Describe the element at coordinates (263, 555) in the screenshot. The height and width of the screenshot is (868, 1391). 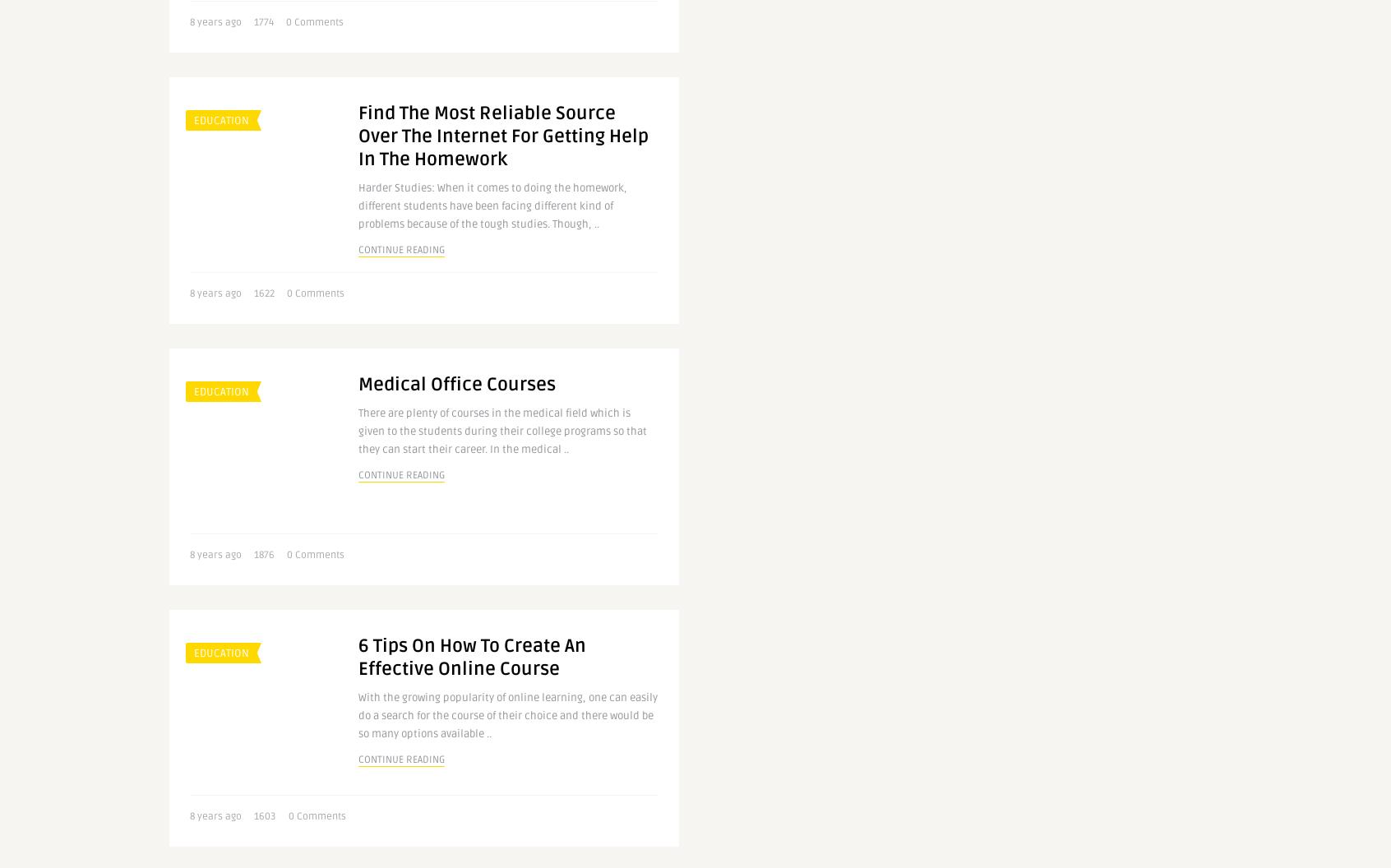
I see `'1876'` at that location.